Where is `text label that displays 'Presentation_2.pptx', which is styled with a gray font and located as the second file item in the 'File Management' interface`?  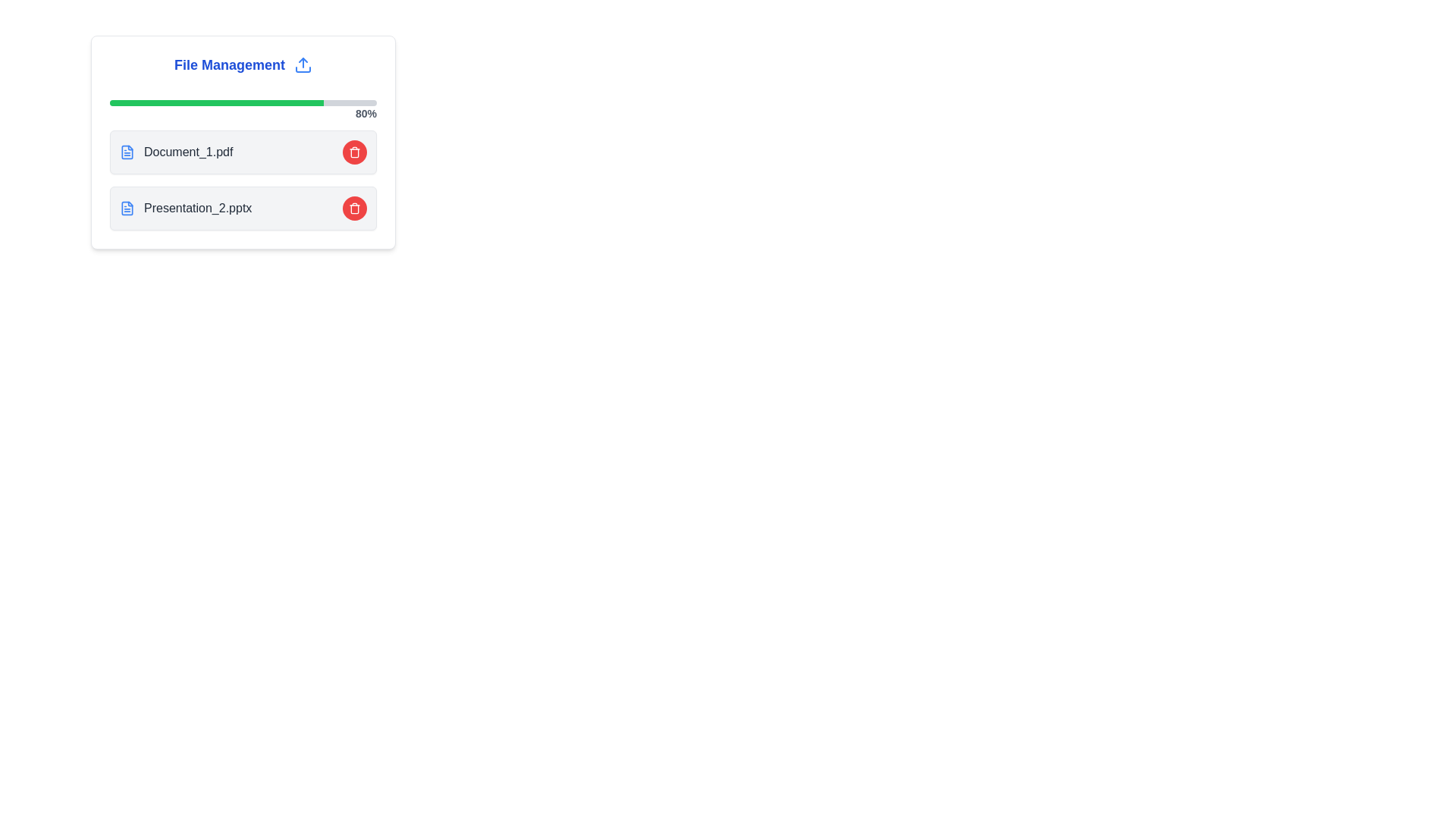
text label that displays 'Presentation_2.pptx', which is styled with a gray font and located as the second file item in the 'File Management' interface is located at coordinates (197, 208).